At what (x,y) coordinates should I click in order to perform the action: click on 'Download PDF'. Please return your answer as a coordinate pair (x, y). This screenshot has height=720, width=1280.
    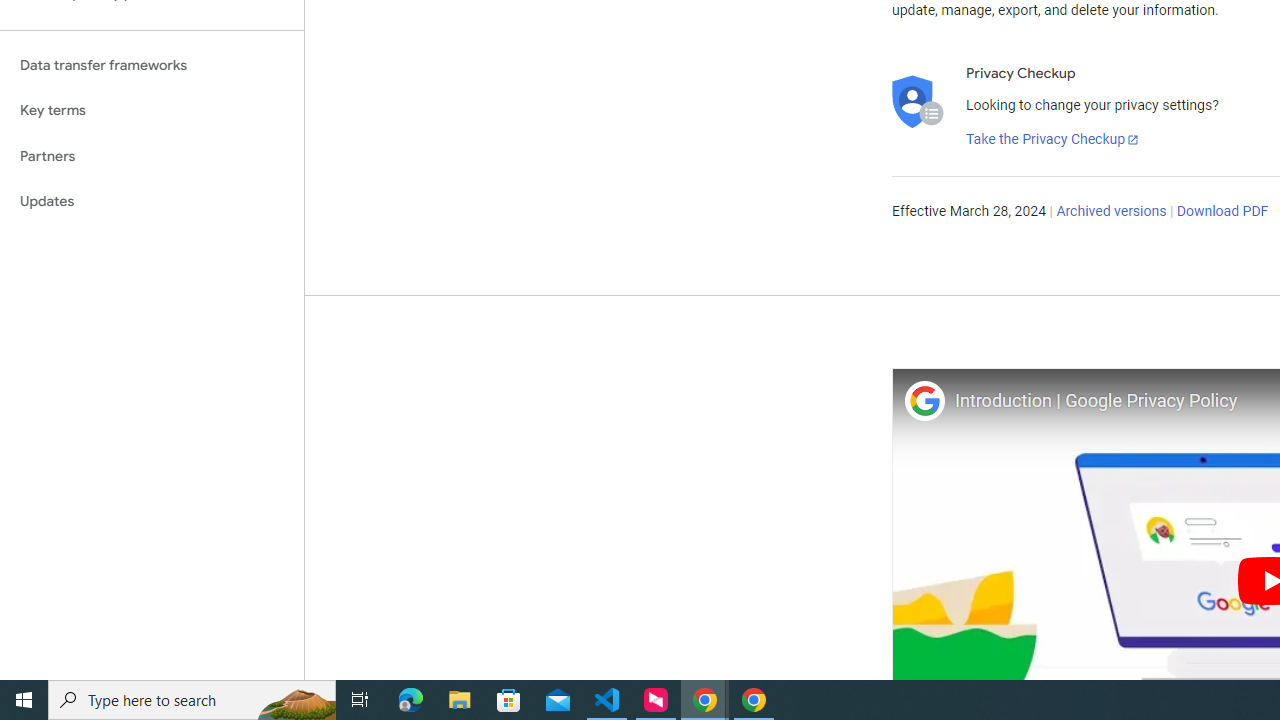
    Looking at the image, I should click on (1221, 212).